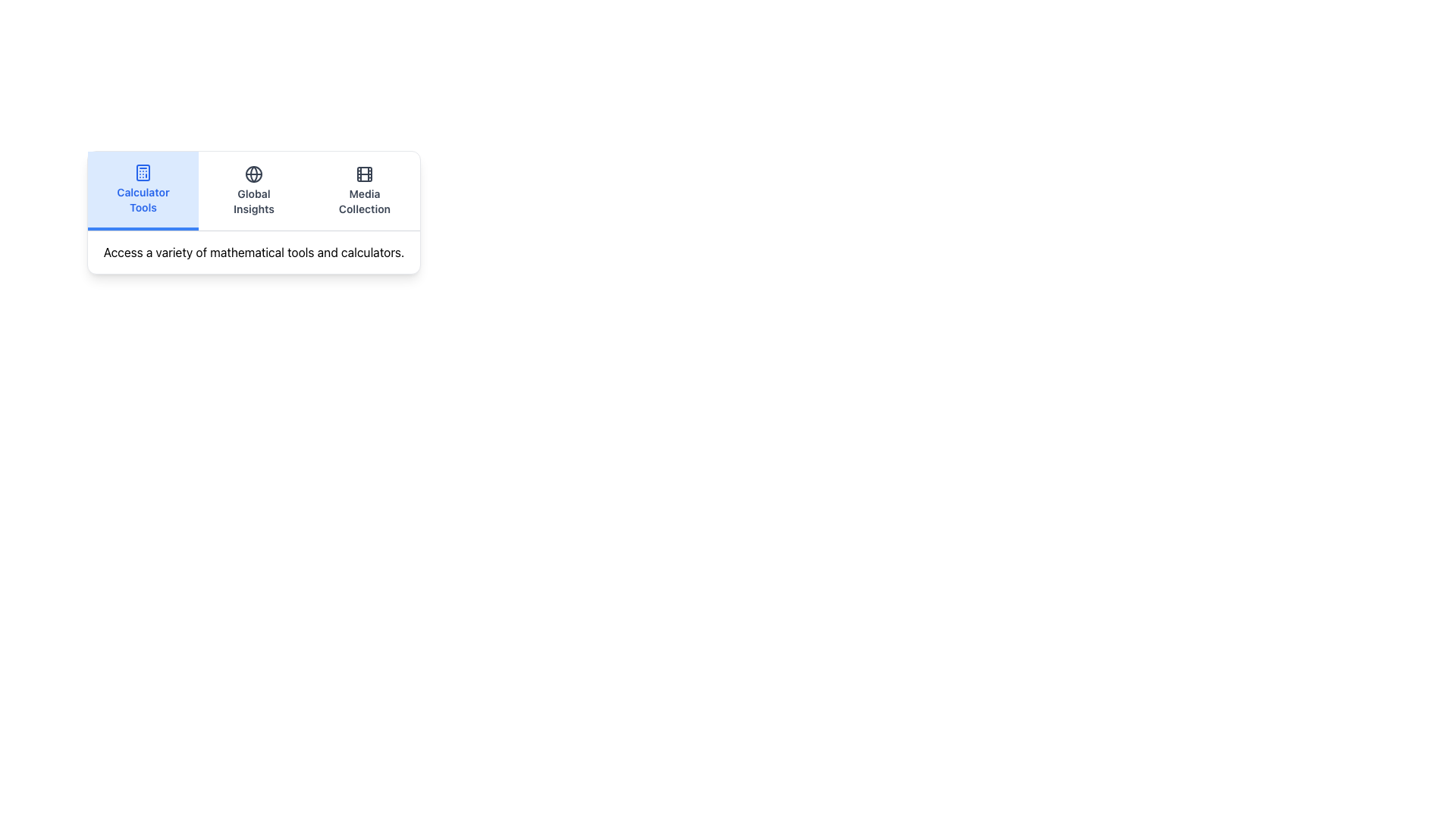 Image resolution: width=1456 pixels, height=819 pixels. I want to click on the media collection button, so click(364, 190).